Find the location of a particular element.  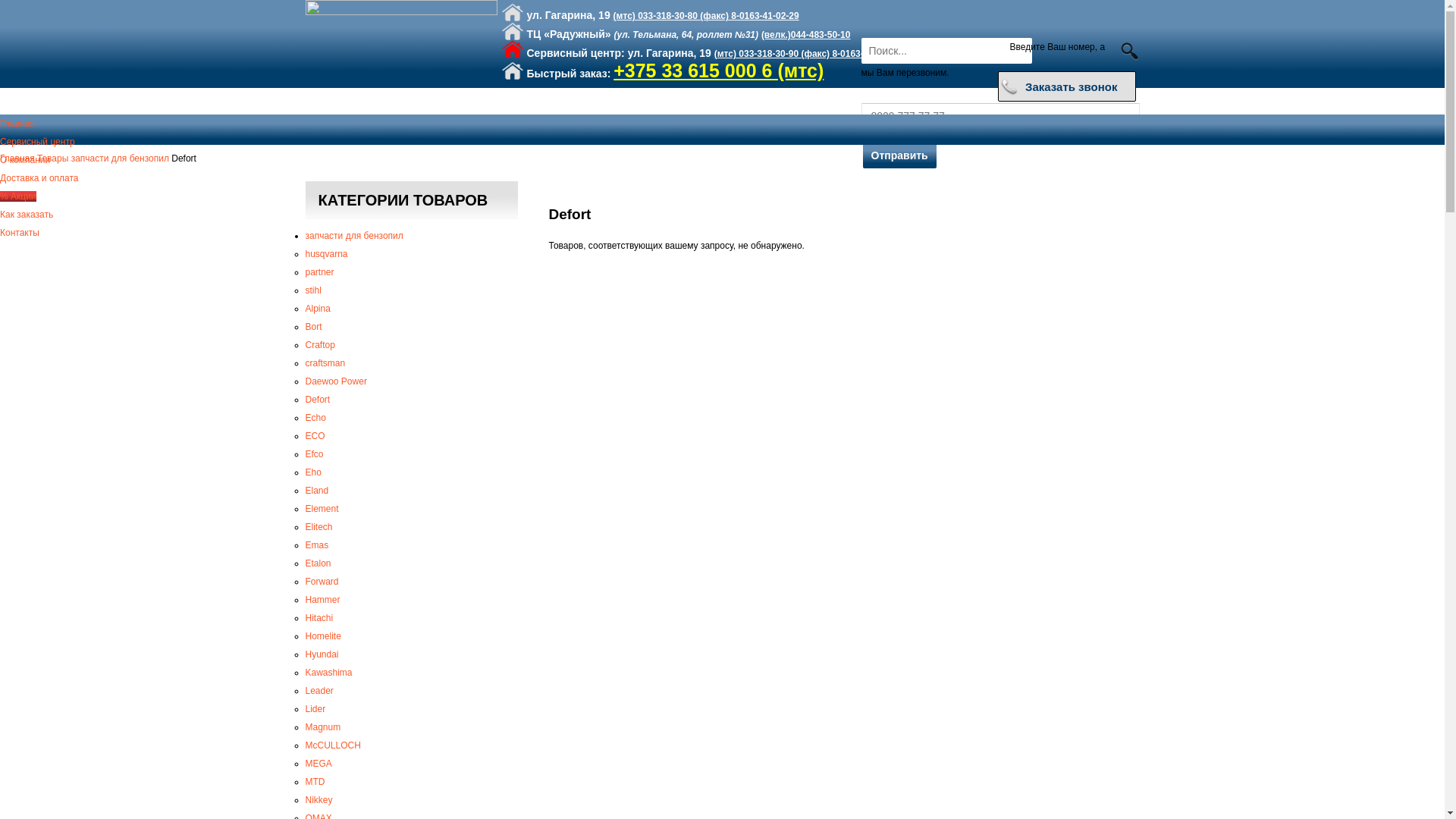

'MEGA' is located at coordinates (317, 763).